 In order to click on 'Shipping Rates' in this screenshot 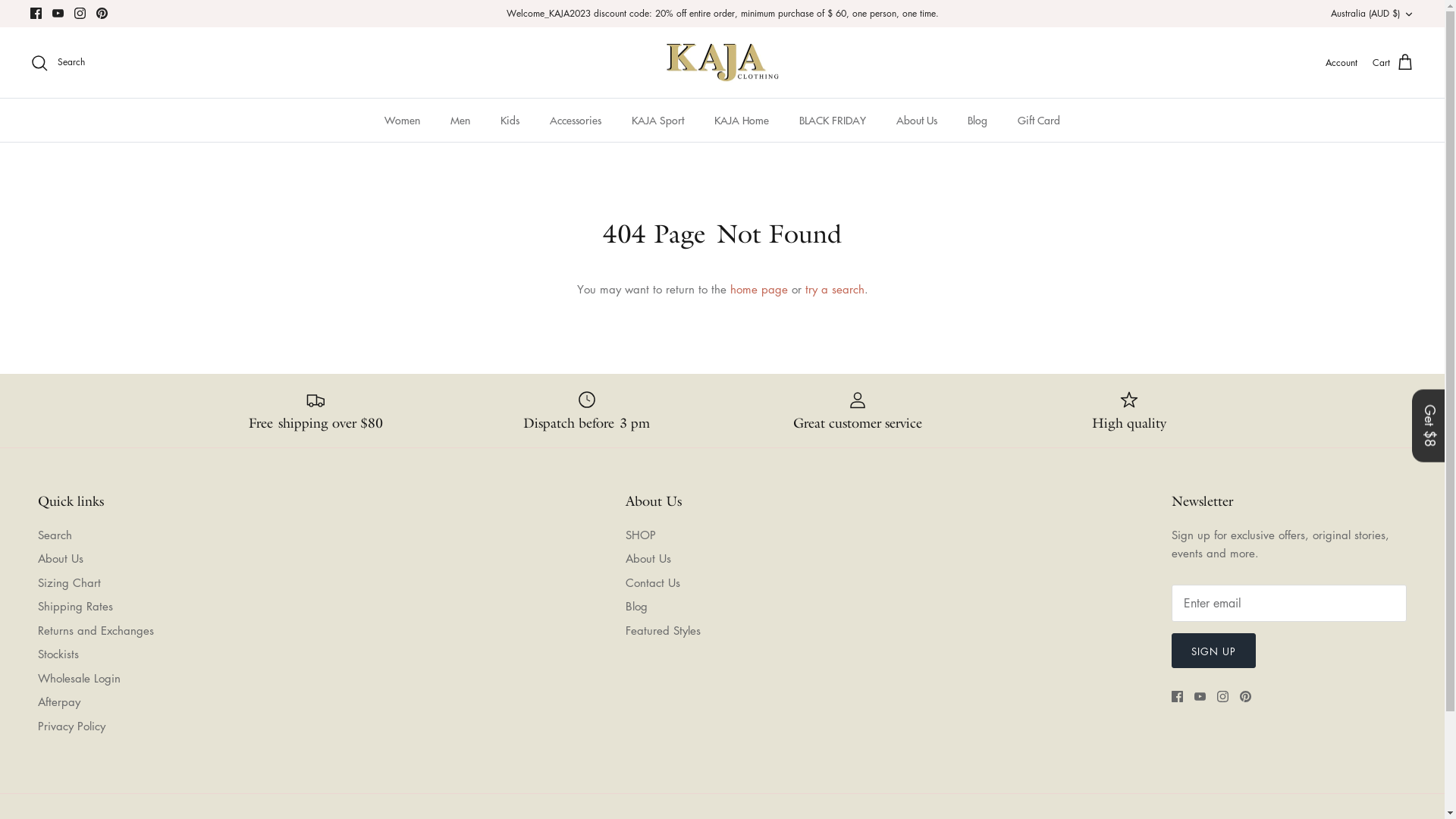, I will do `click(37, 604)`.